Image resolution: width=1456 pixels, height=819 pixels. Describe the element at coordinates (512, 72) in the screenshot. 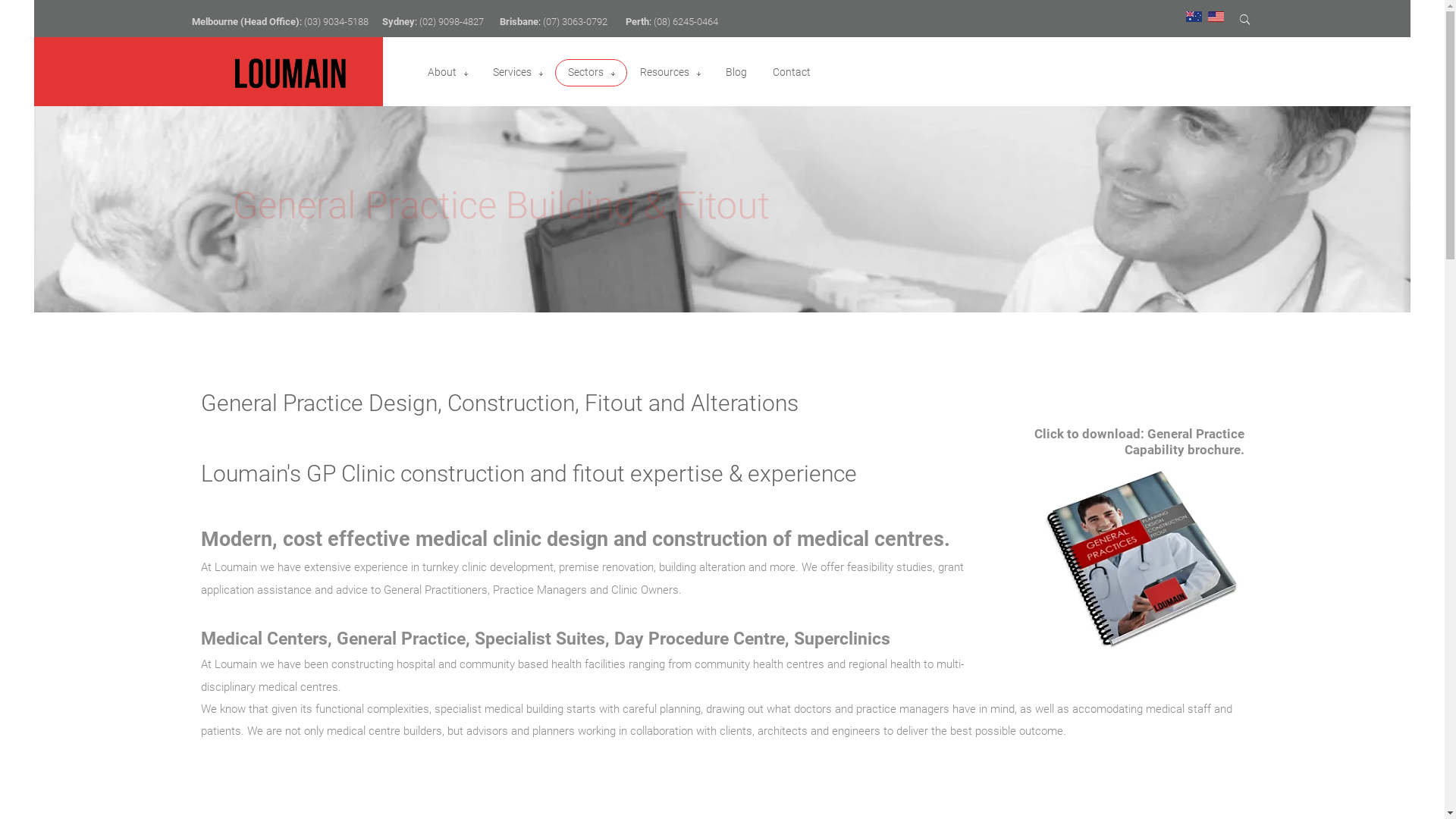

I see `'Services'` at that location.